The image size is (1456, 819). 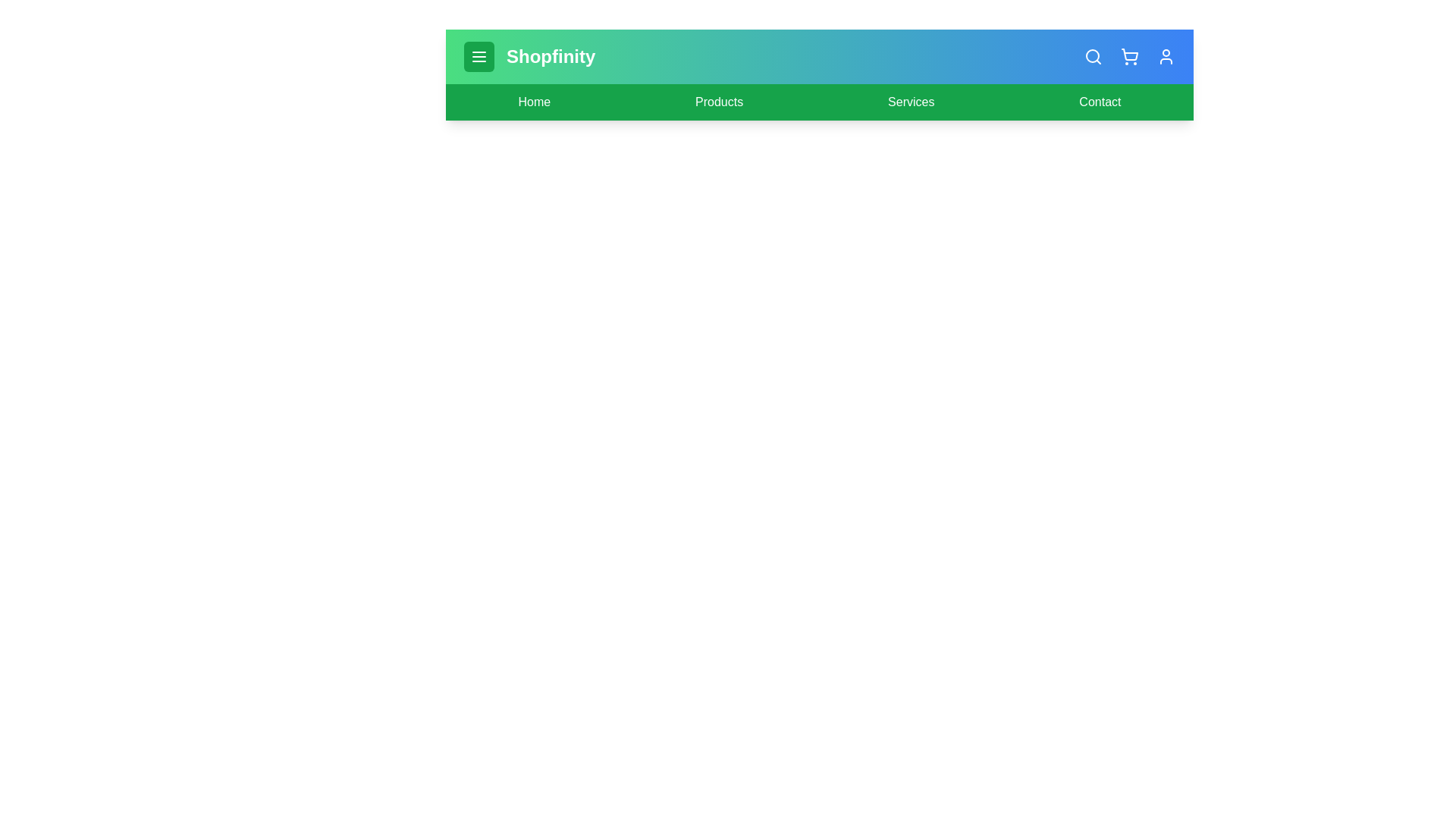 I want to click on the shopping_cart_icon to observe its hover effect, so click(x=1129, y=55).